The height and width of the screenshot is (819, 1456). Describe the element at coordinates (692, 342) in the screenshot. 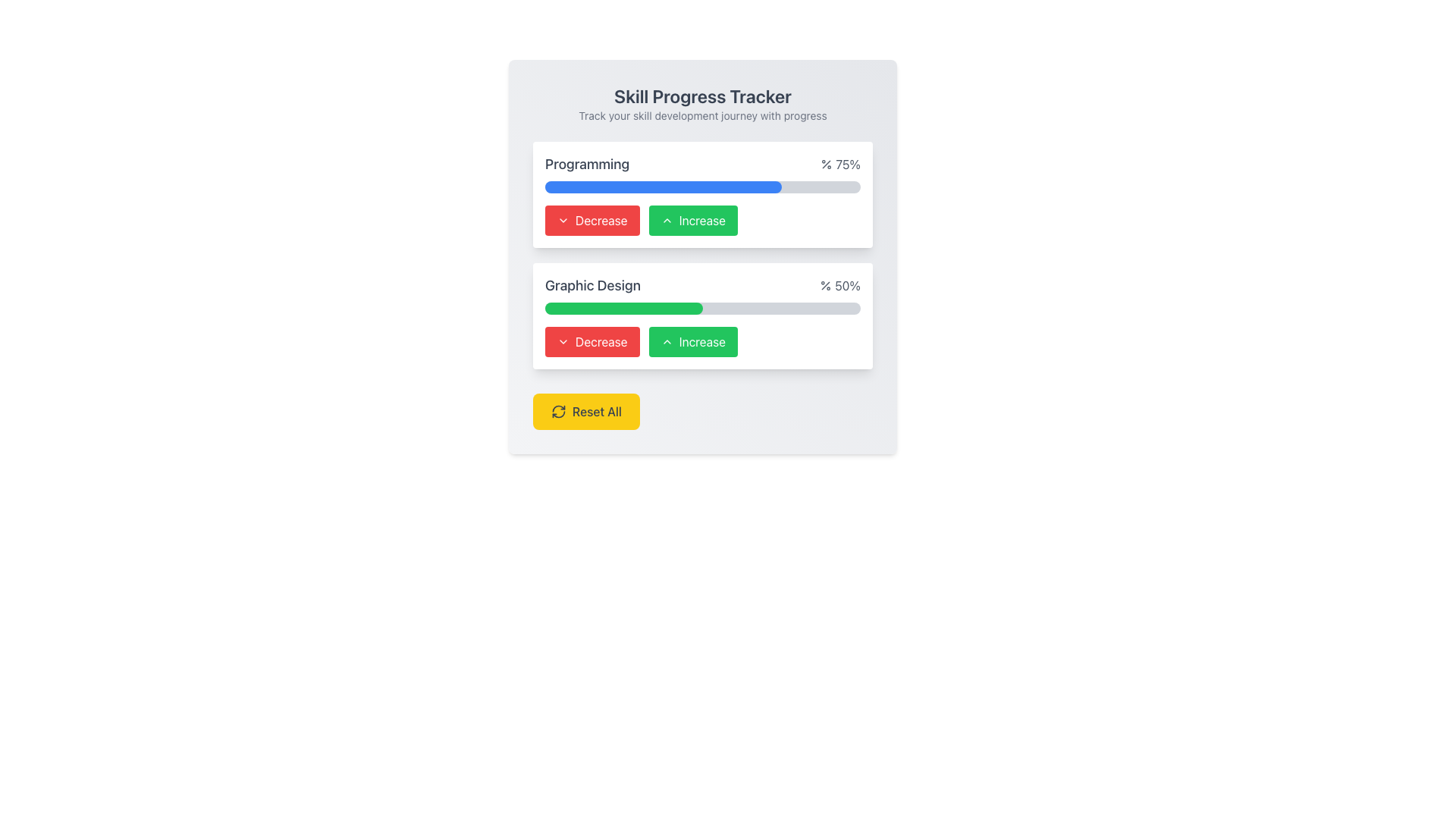

I see `the 'Increase' button for the 'Graphic Design' skill to observe hover effects` at that location.